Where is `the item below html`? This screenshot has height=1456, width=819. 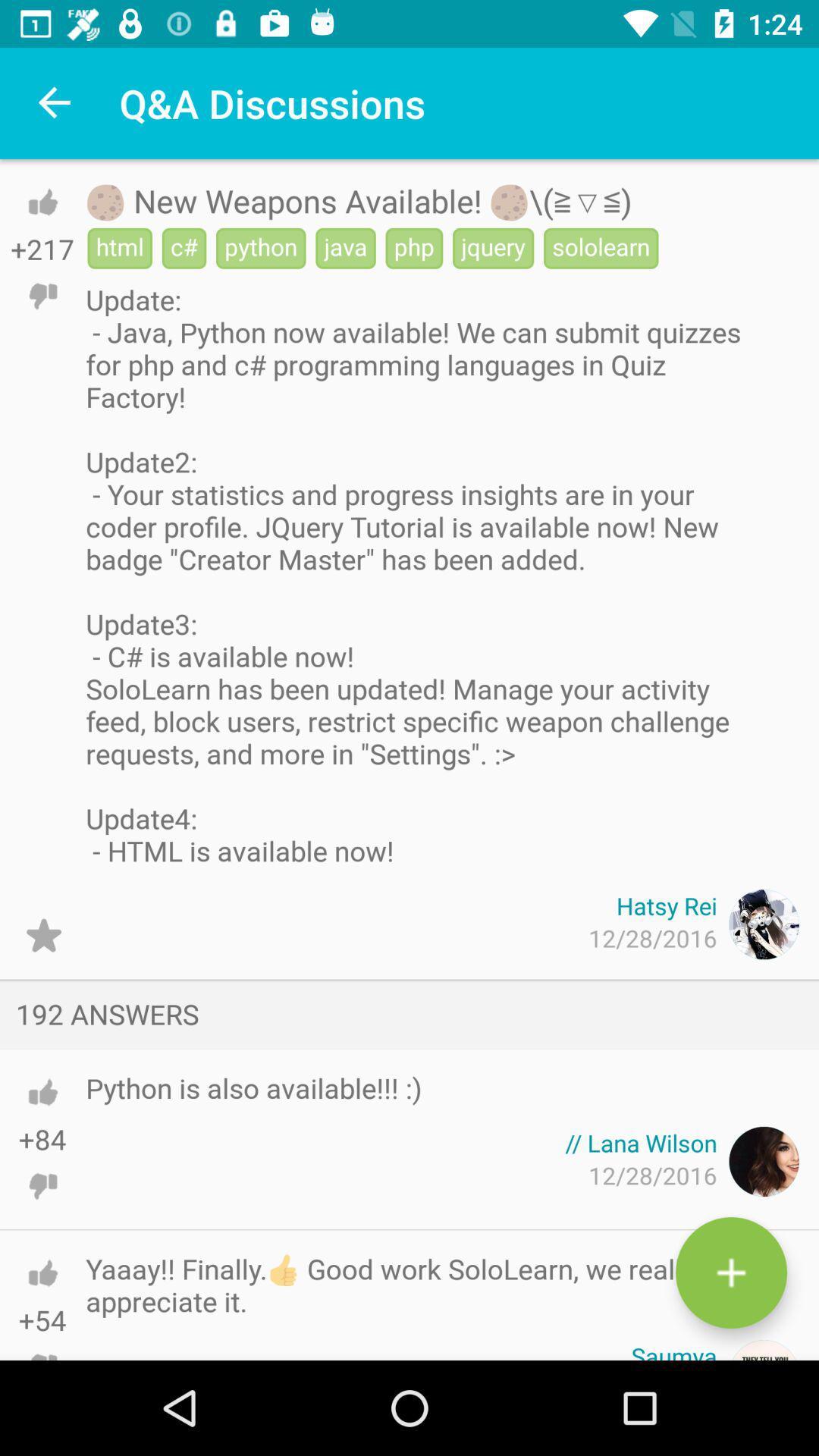 the item below html is located at coordinates (416, 574).